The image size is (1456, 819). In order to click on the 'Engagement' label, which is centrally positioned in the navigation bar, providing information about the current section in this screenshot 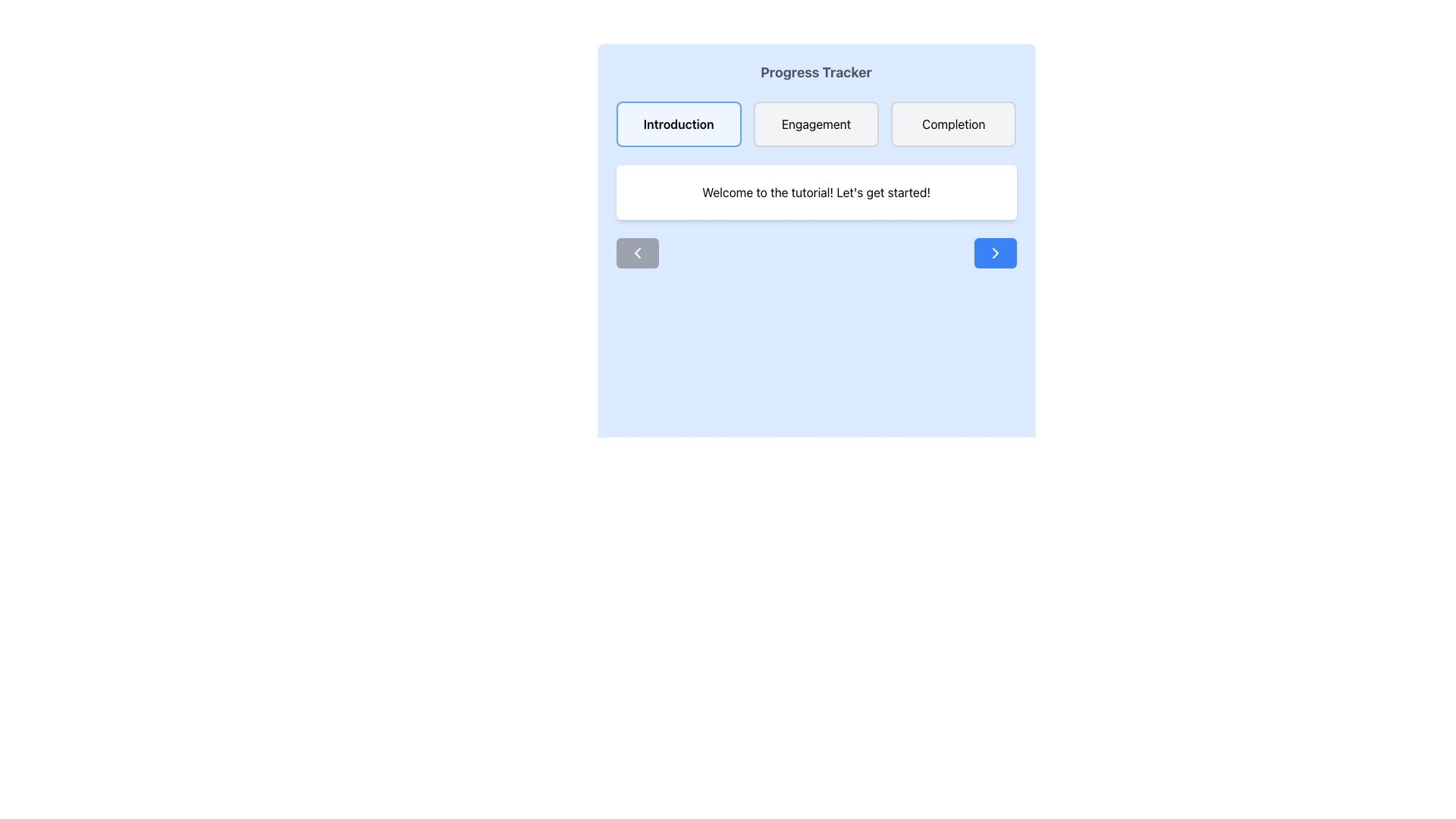, I will do `click(815, 124)`.